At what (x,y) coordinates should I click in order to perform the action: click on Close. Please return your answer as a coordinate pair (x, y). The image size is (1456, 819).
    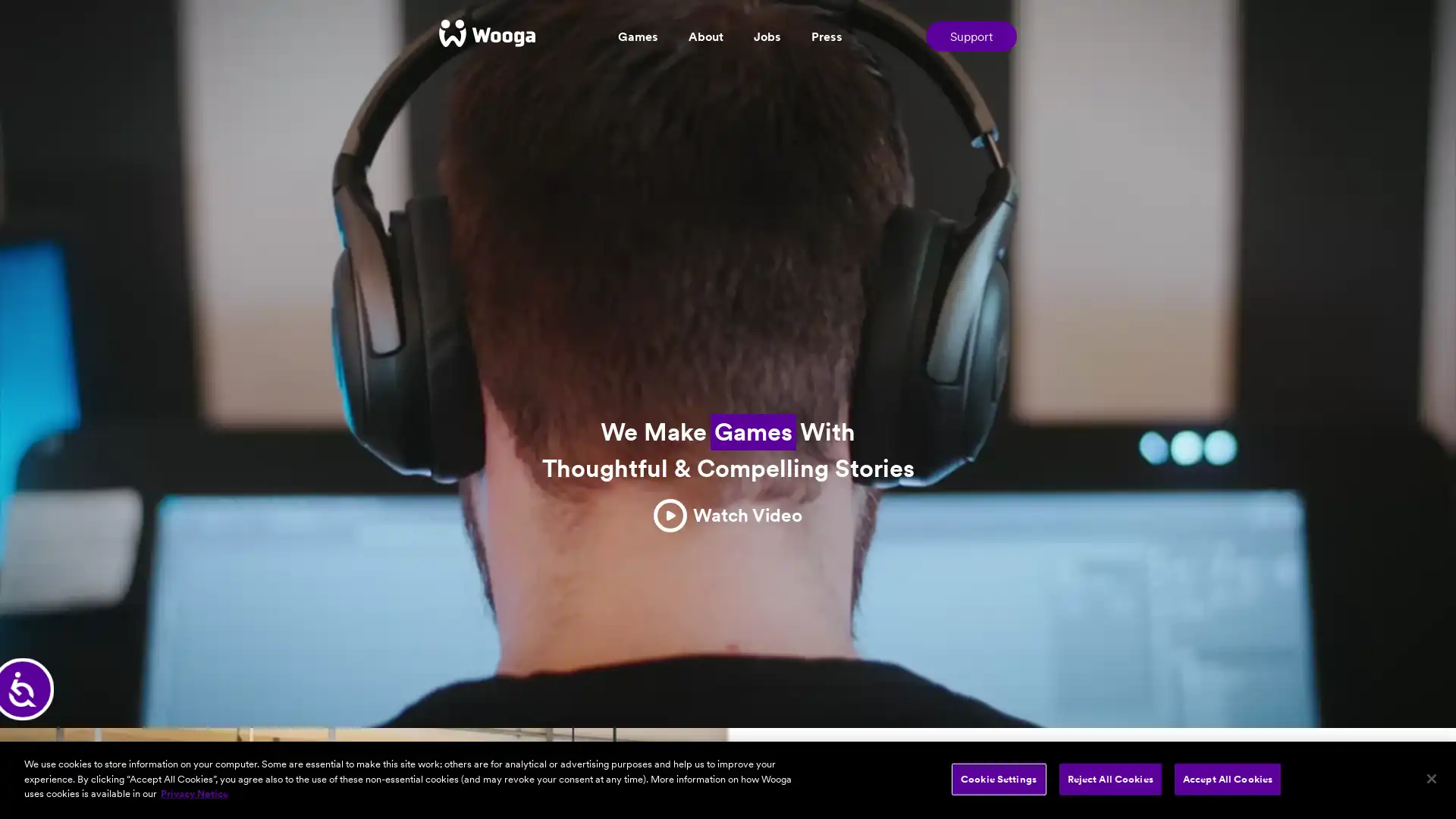
    Looking at the image, I should click on (1430, 778).